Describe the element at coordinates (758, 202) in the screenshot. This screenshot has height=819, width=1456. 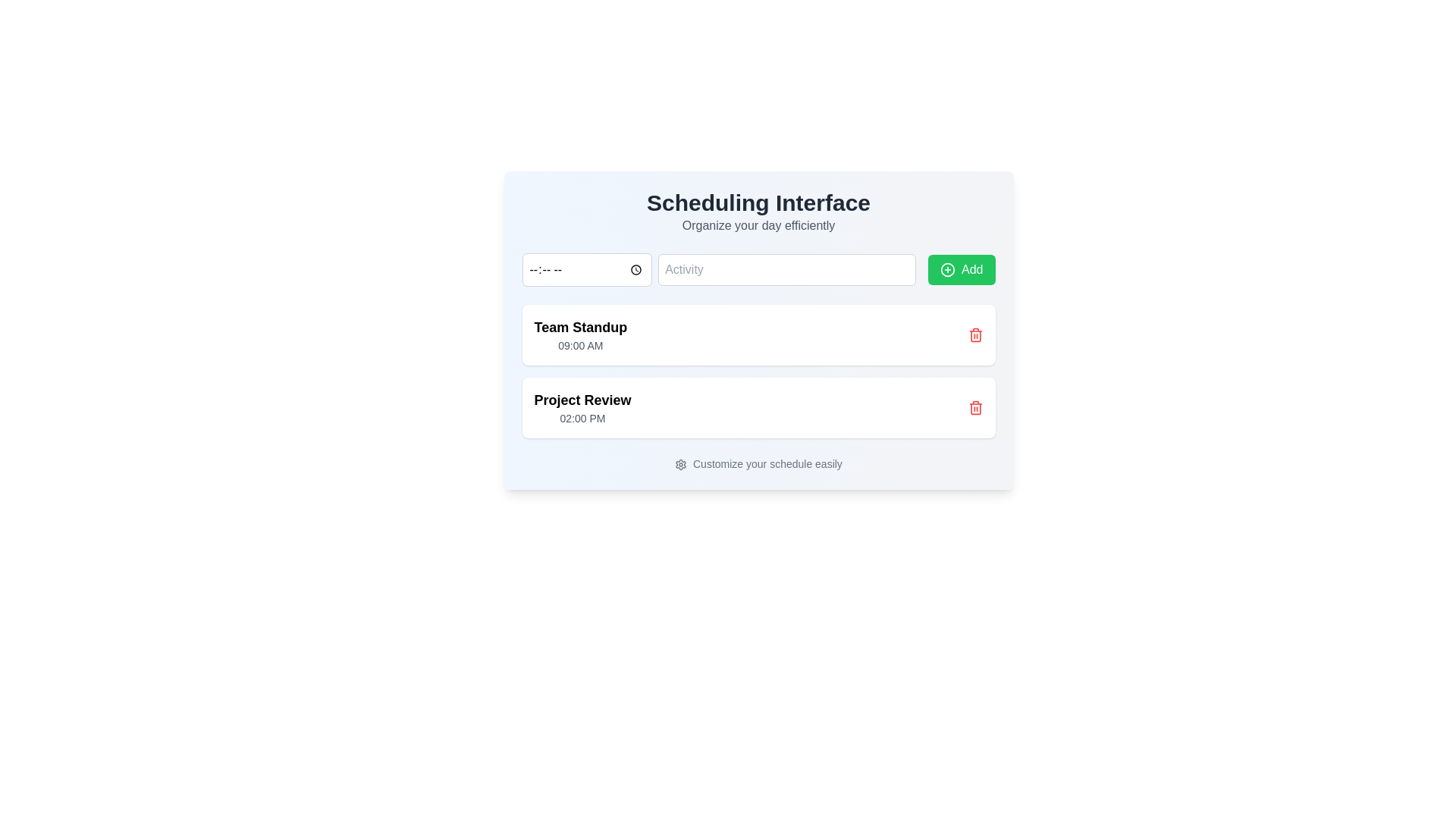
I see `main title heading located at the top center of the interface, which is positioned above the subtitle 'Organize your day efficiently'` at that location.